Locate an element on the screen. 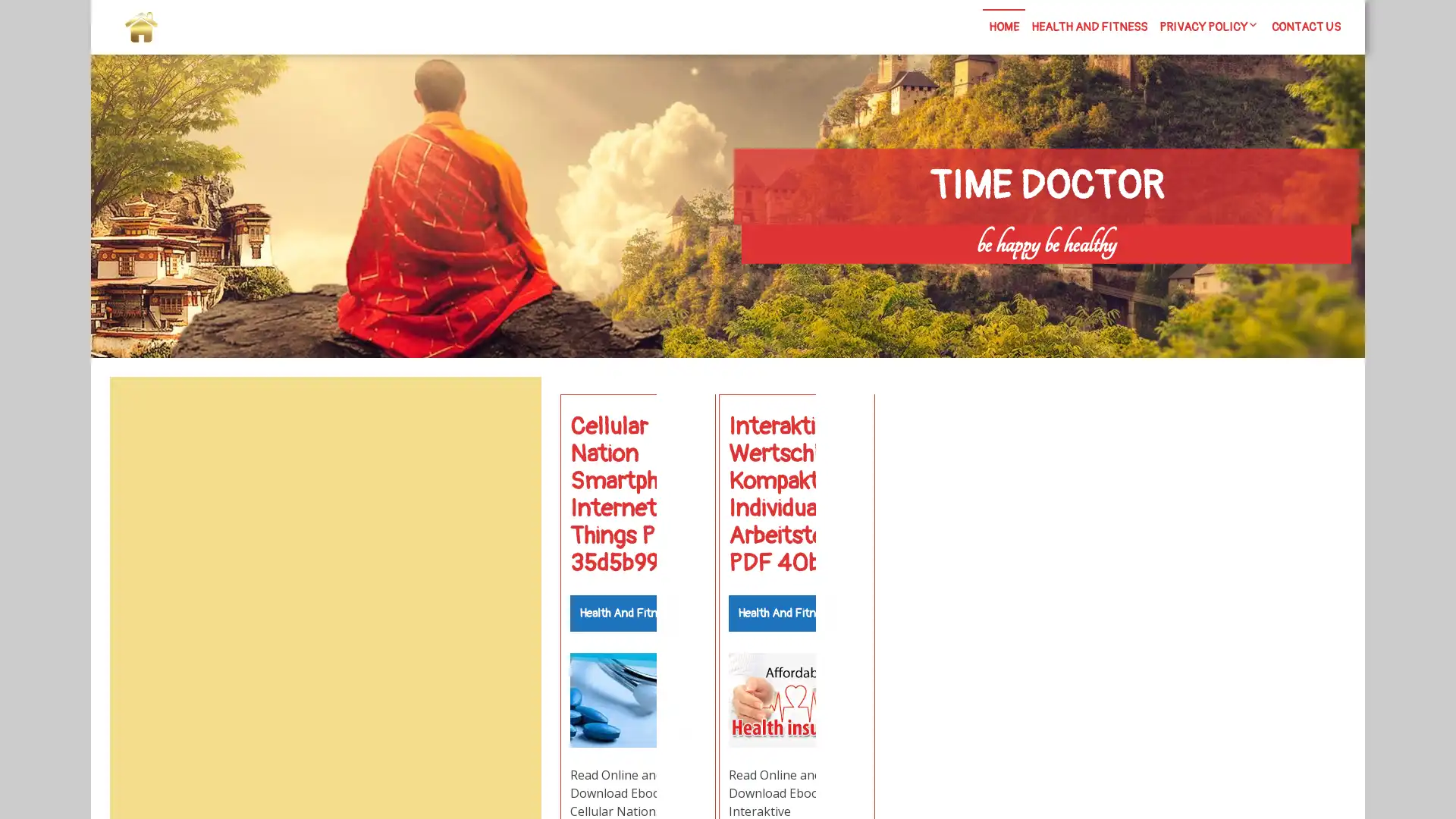 The width and height of the screenshot is (1456, 819). Search is located at coordinates (506, 413).